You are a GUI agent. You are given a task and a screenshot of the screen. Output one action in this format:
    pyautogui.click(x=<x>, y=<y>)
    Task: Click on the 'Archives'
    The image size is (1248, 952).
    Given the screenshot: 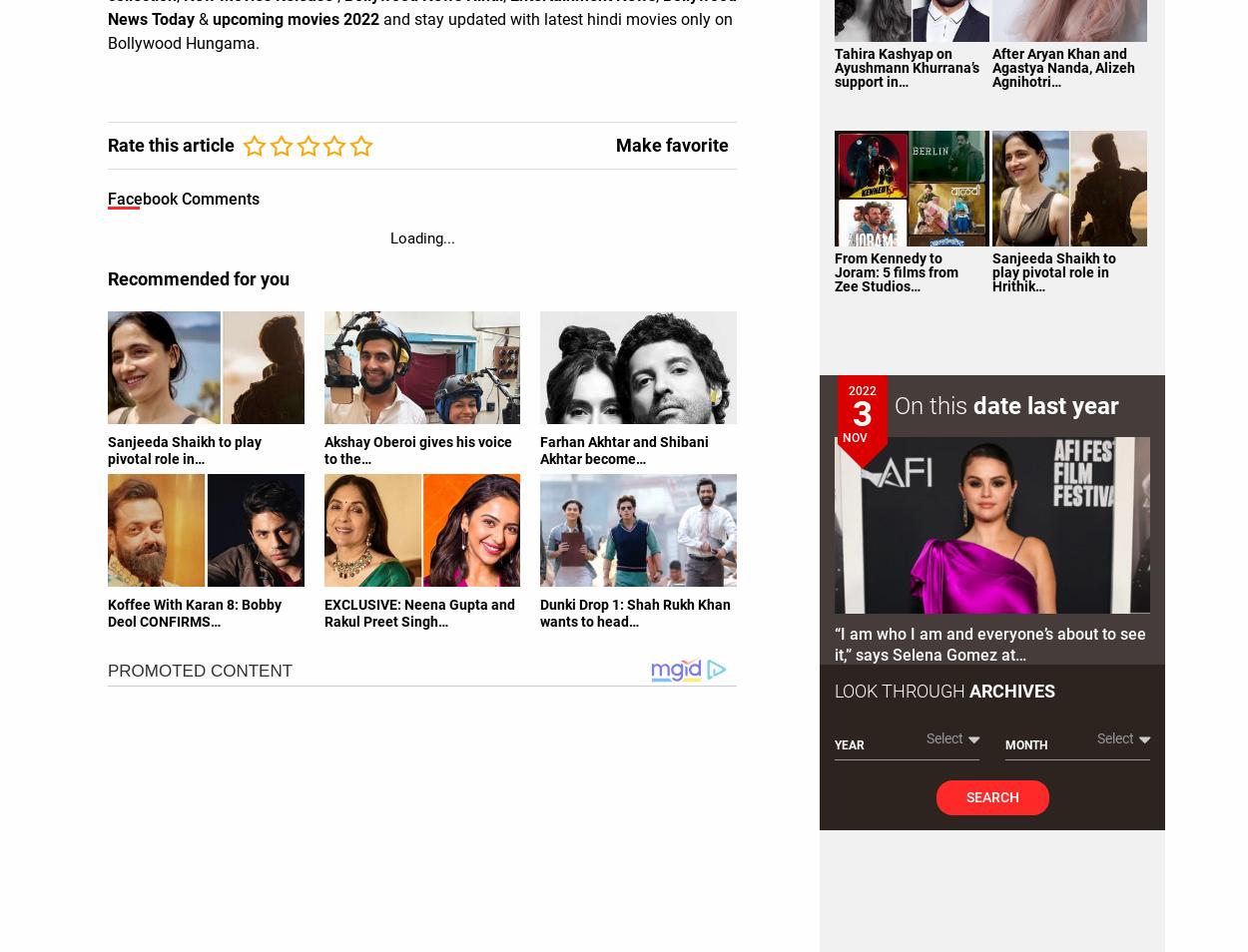 What is the action you would take?
    pyautogui.click(x=1012, y=690)
    